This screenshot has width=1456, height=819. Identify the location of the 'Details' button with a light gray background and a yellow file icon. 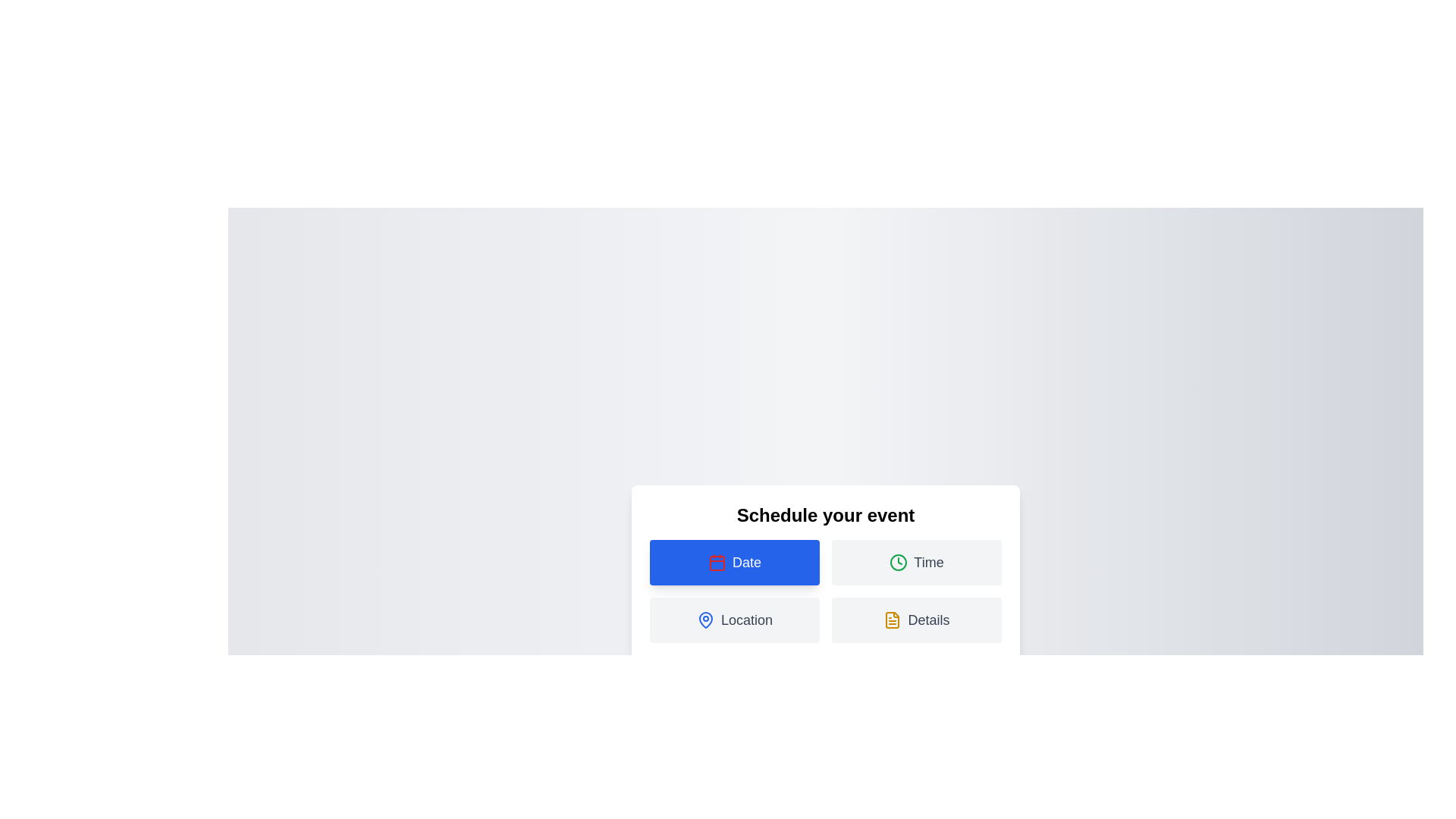
(916, 620).